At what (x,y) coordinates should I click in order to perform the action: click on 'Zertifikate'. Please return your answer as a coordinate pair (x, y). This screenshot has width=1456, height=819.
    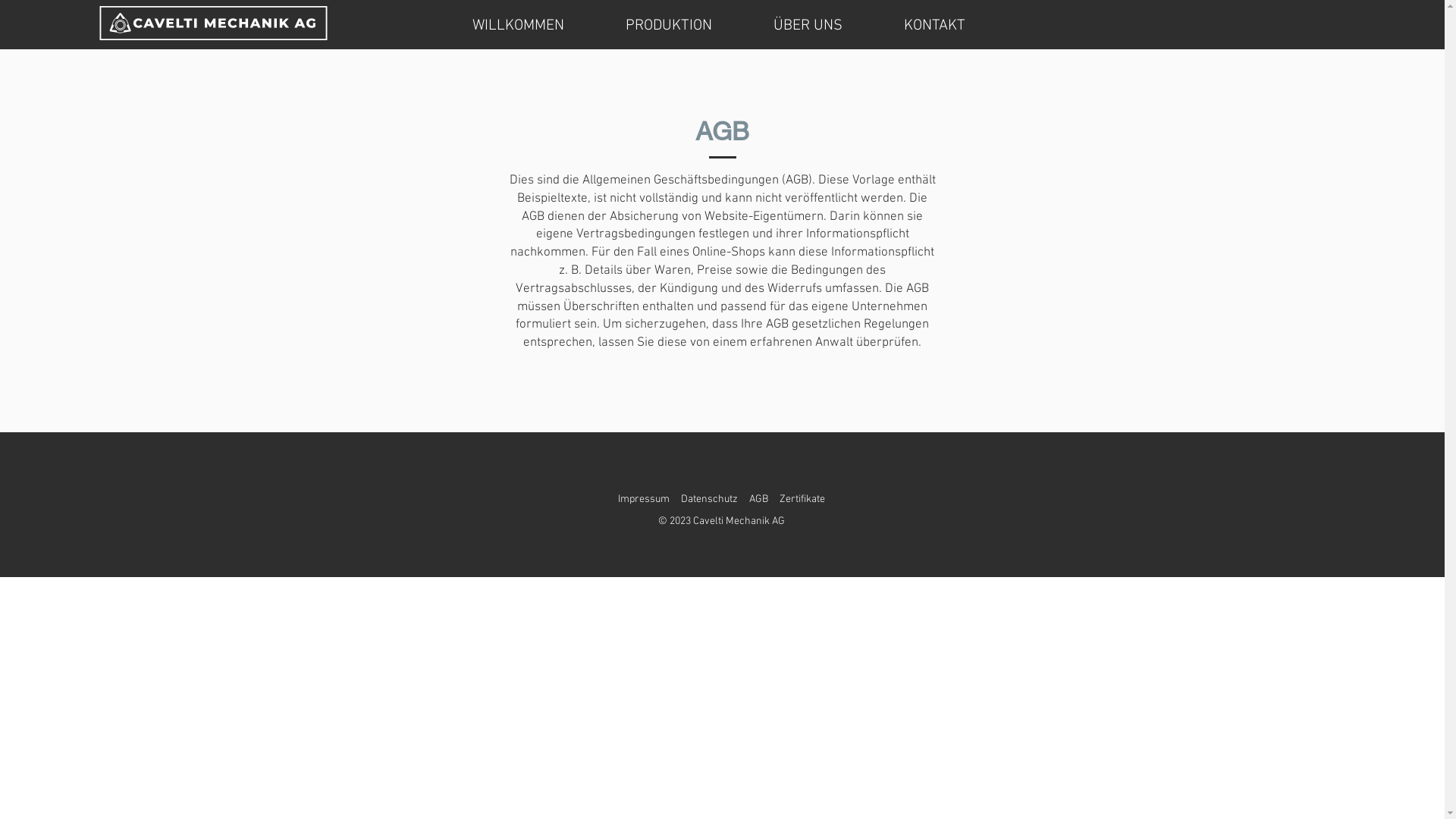
    Looking at the image, I should click on (801, 499).